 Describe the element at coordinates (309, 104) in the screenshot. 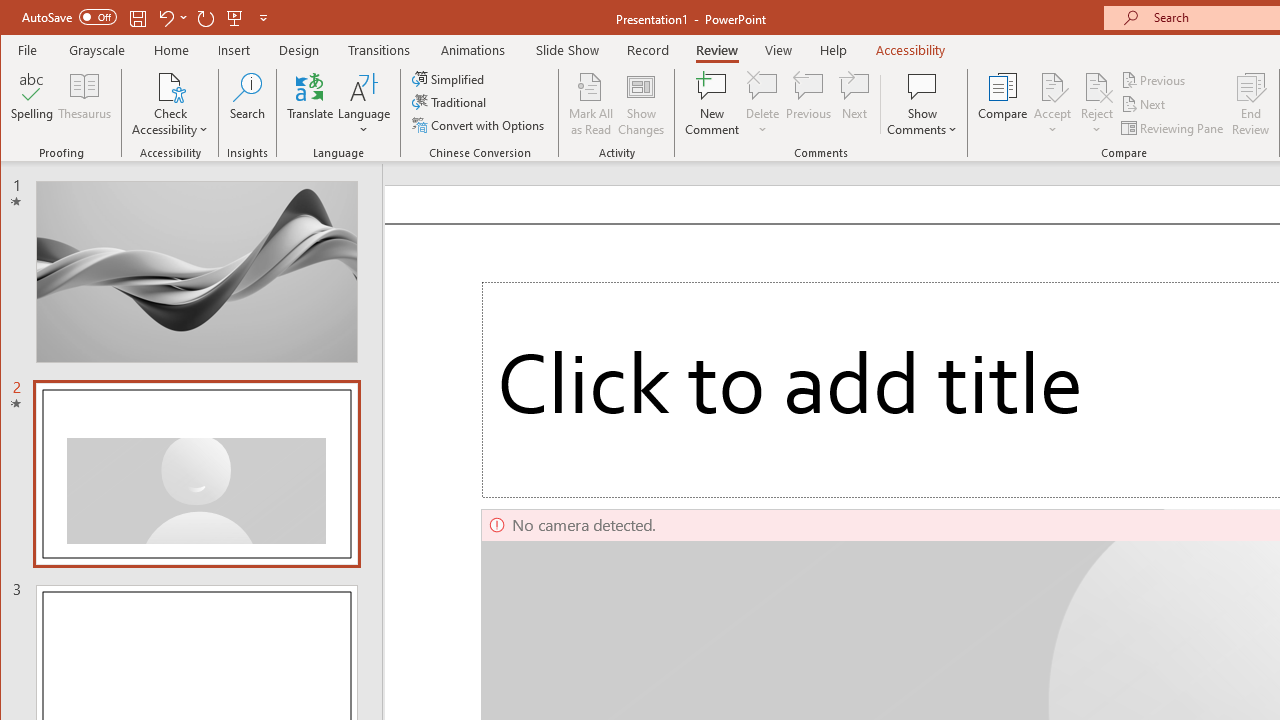

I see `'Translate'` at that location.